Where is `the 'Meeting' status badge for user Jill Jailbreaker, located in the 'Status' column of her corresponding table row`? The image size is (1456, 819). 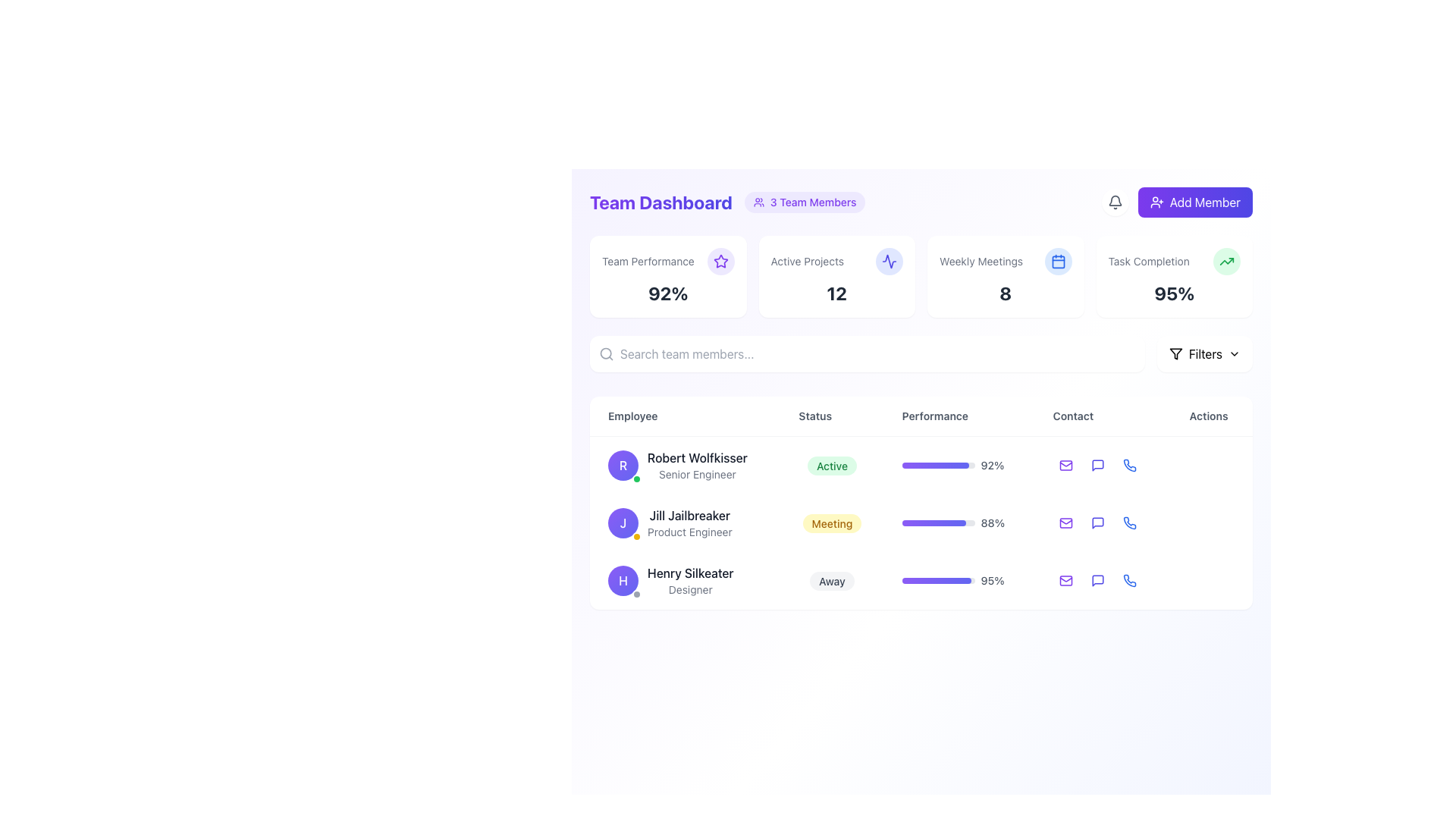 the 'Meeting' status badge for user Jill Jailbreaker, located in the 'Status' column of her corresponding table row is located at coordinates (831, 522).